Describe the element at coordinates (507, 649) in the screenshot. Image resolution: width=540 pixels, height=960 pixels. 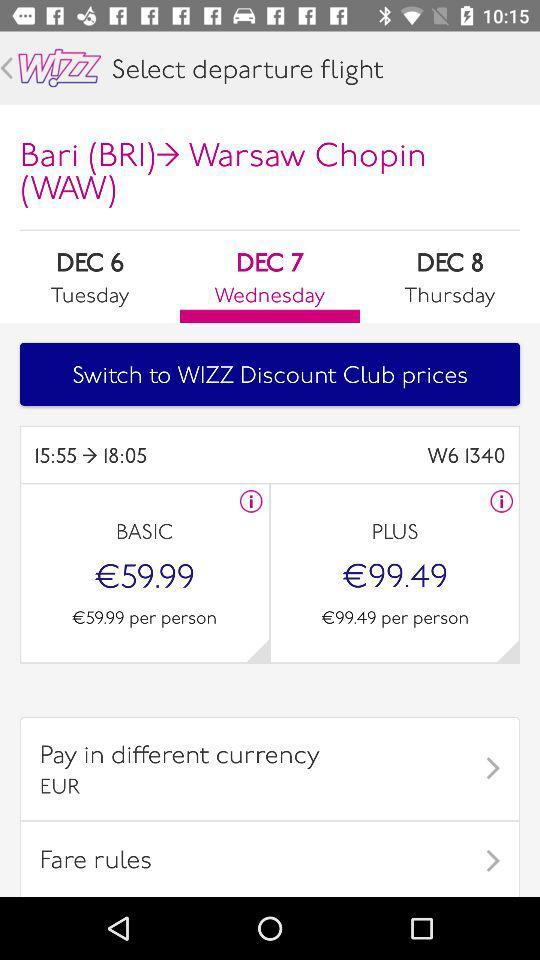
I see `expand section` at that location.